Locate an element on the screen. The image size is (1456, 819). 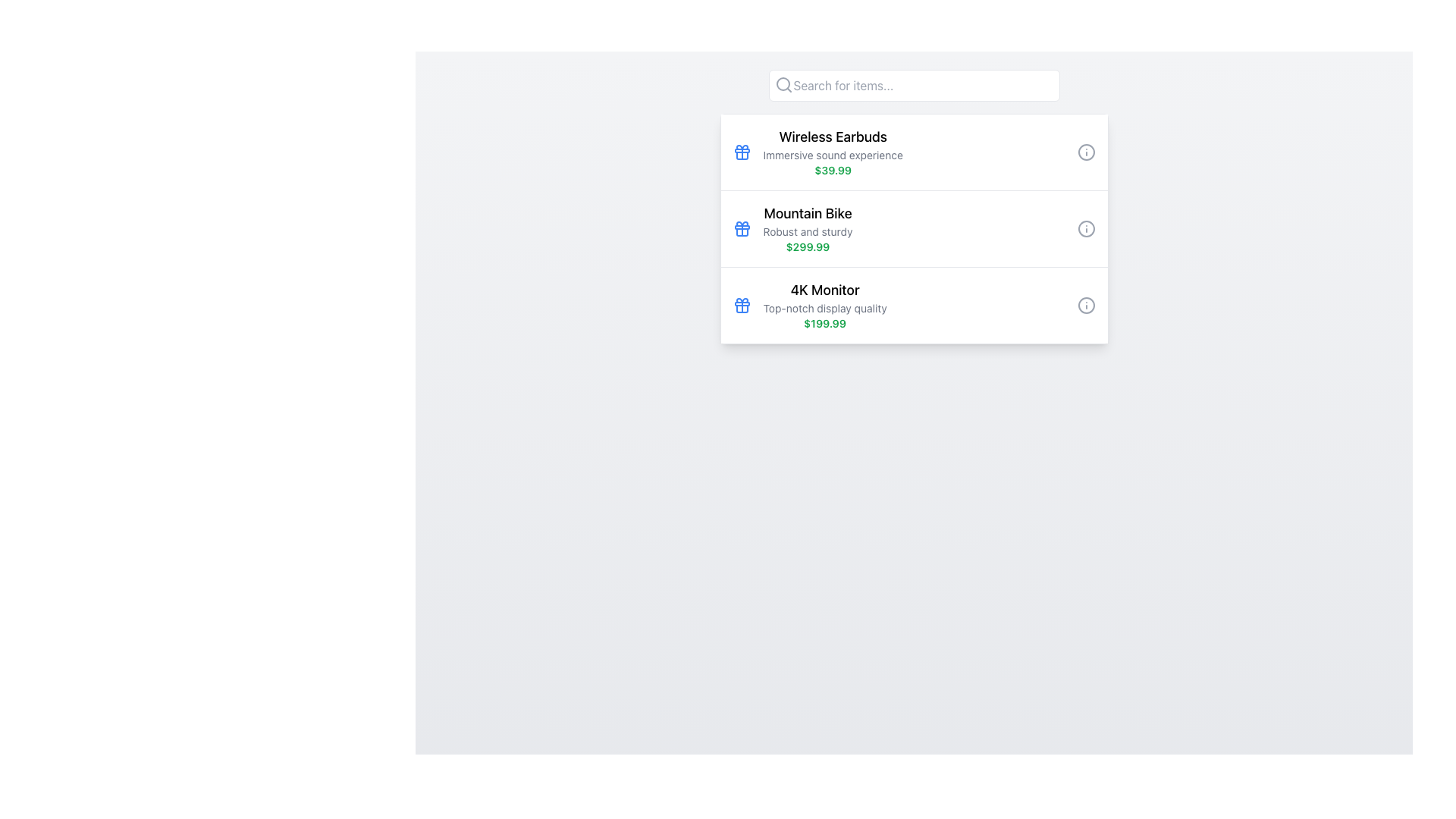
the help indicator icon located at the far right of the 'Mountain Bike' product card is located at coordinates (1085, 228).